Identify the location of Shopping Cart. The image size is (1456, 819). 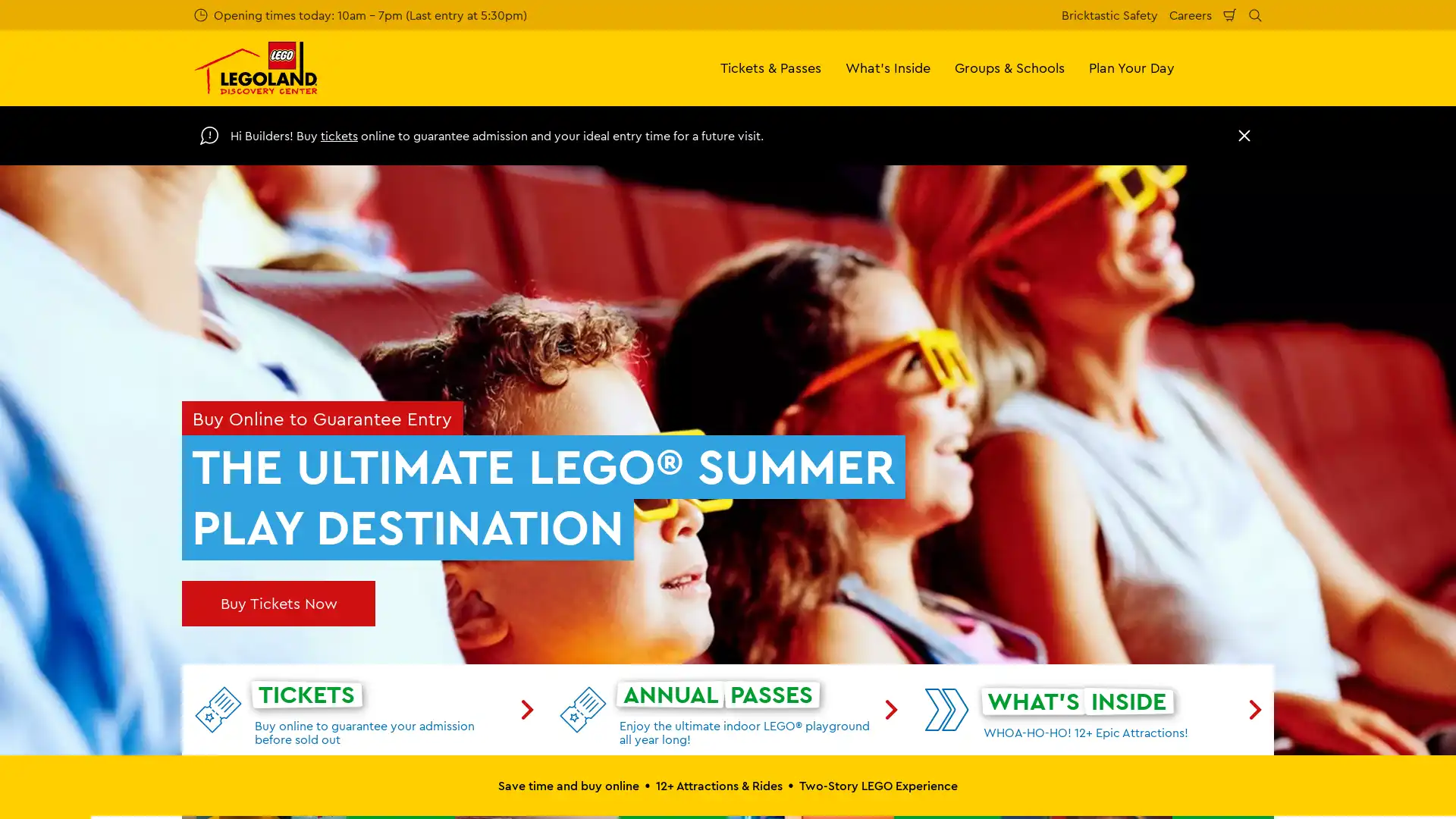
(1230, 14).